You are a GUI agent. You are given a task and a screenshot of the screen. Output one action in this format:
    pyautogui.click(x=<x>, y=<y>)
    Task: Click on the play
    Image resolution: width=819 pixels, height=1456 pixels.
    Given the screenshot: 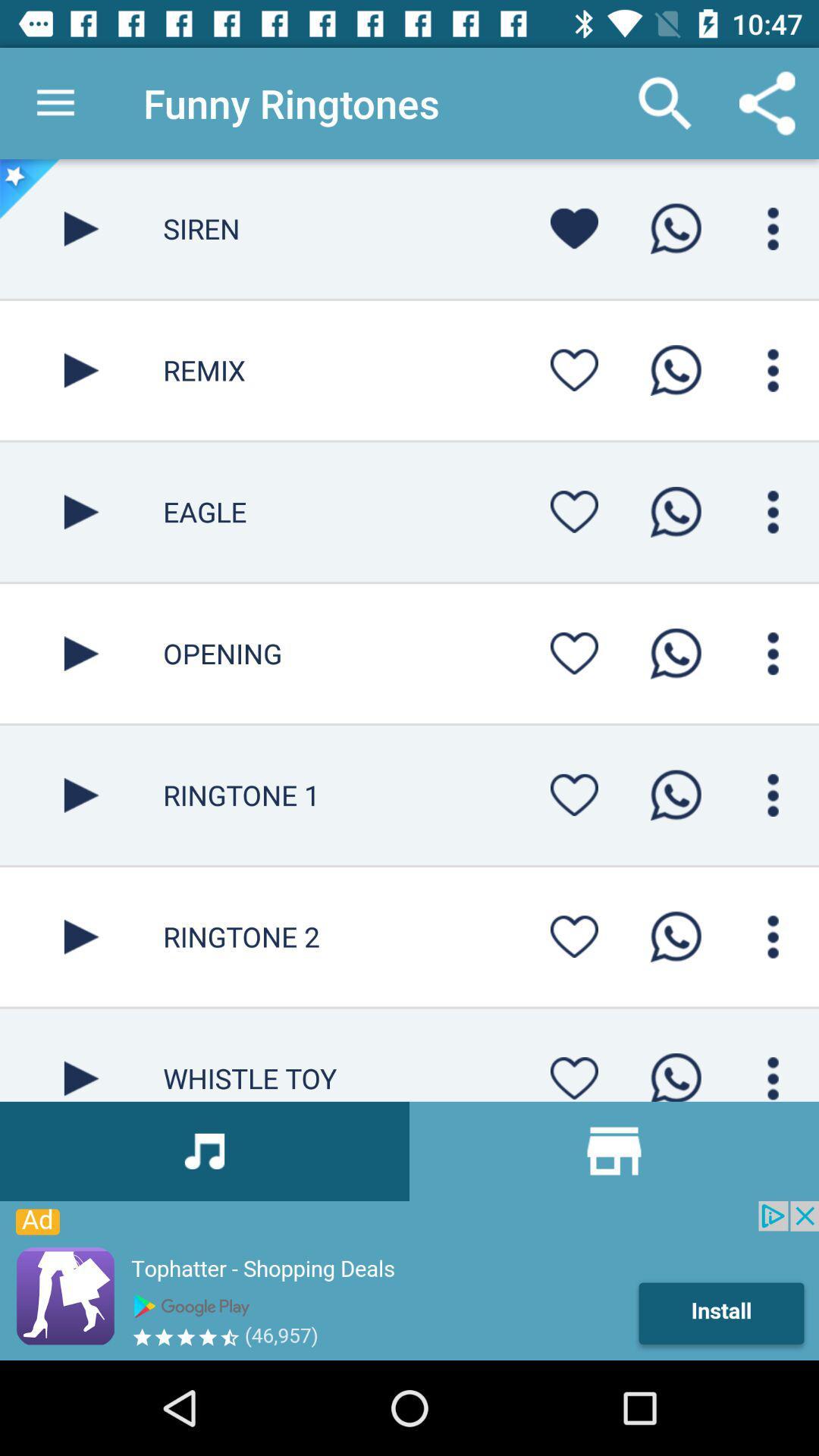 What is the action you would take?
    pyautogui.click(x=81, y=370)
    